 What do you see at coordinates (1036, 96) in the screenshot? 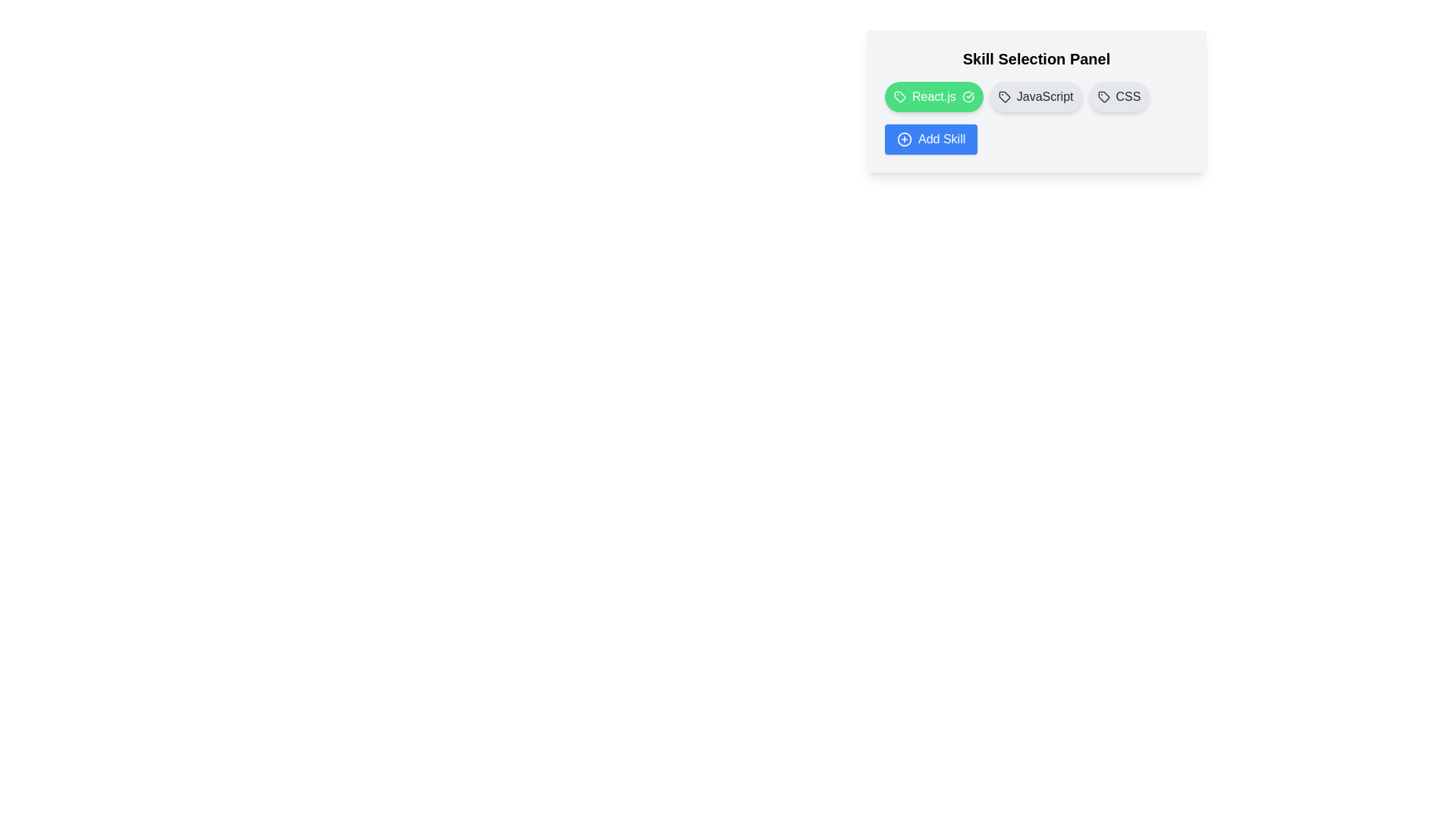
I see `the skill tag in the Tag Group located within the 'Skill Selection Panel' interface` at bounding box center [1036, 96].